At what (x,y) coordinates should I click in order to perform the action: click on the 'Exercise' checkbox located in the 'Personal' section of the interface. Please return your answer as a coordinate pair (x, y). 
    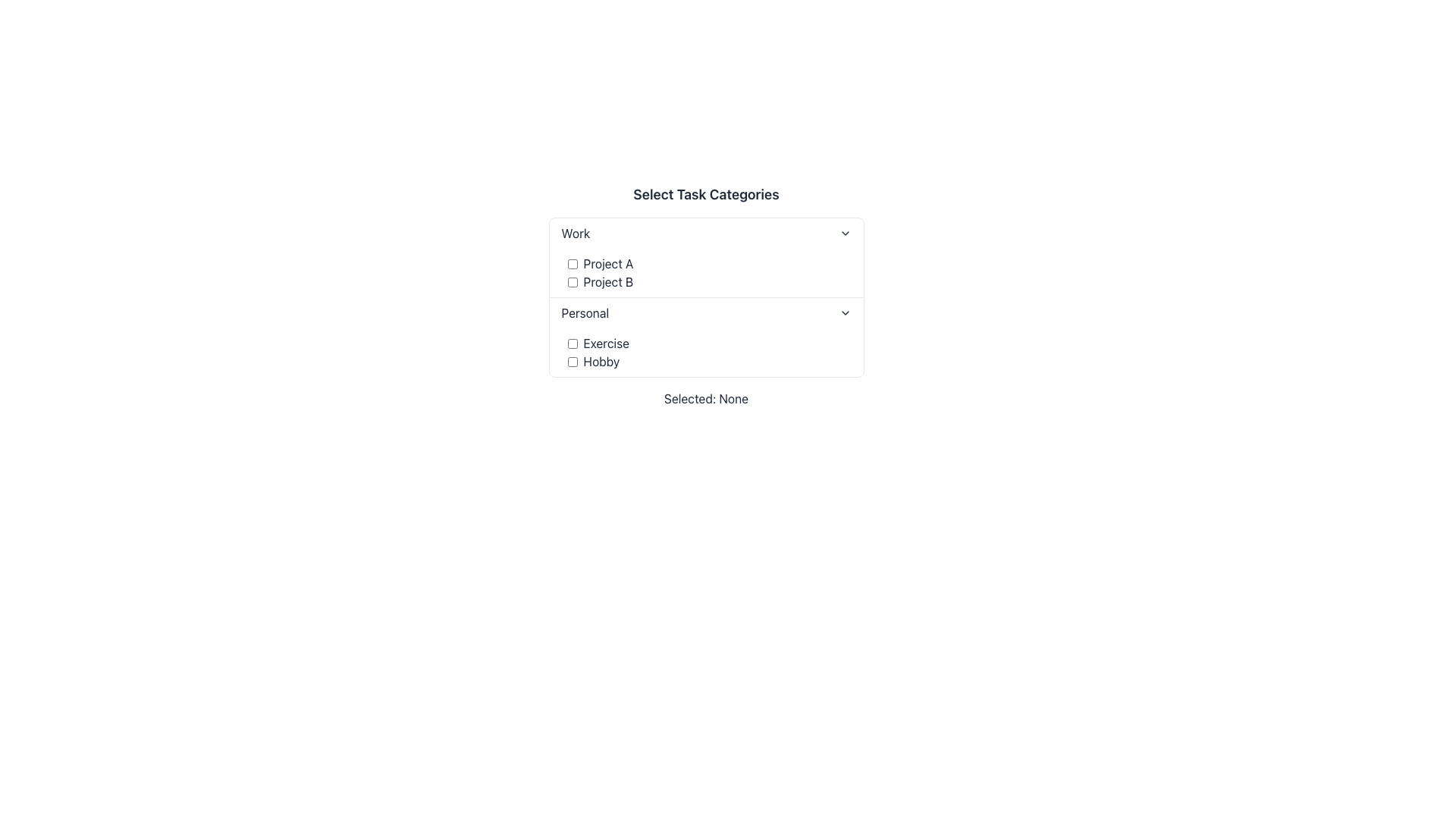
    Looking at the image, I should click on (708, 343).